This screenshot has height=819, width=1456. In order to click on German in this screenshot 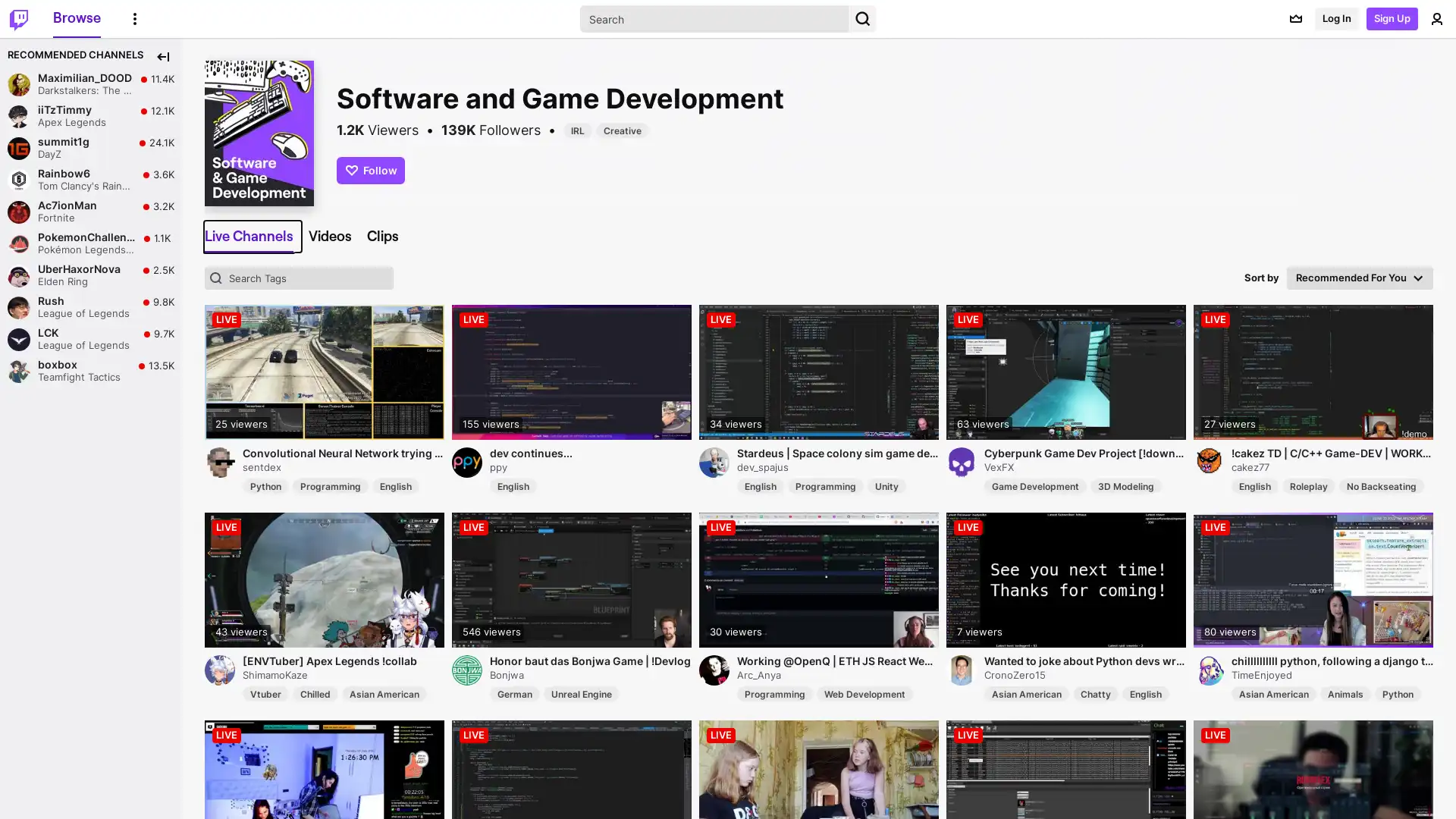, I will do `click(514, 693)`.